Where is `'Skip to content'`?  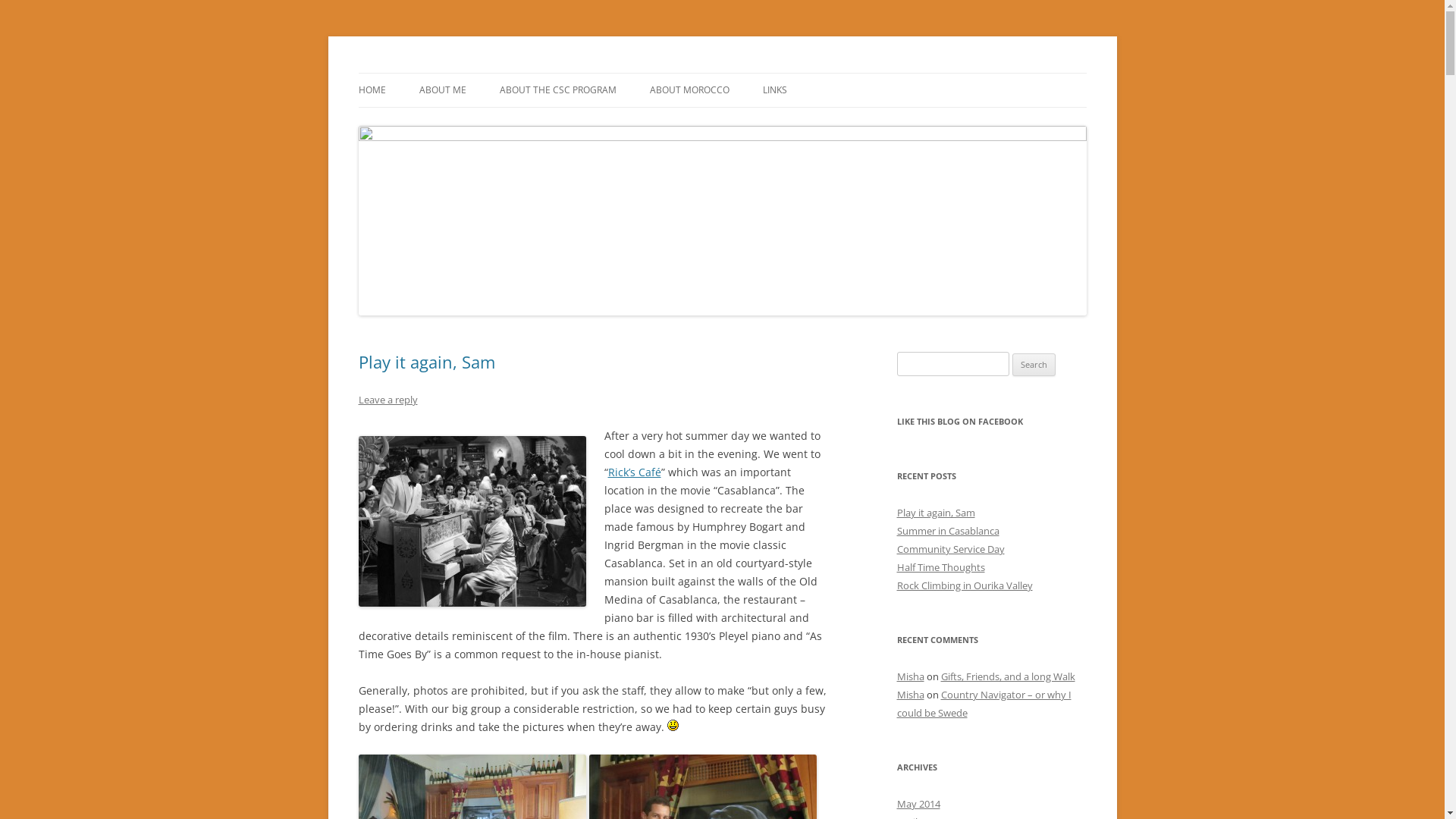 'Skip to content' is located at coordinates (760, 78).